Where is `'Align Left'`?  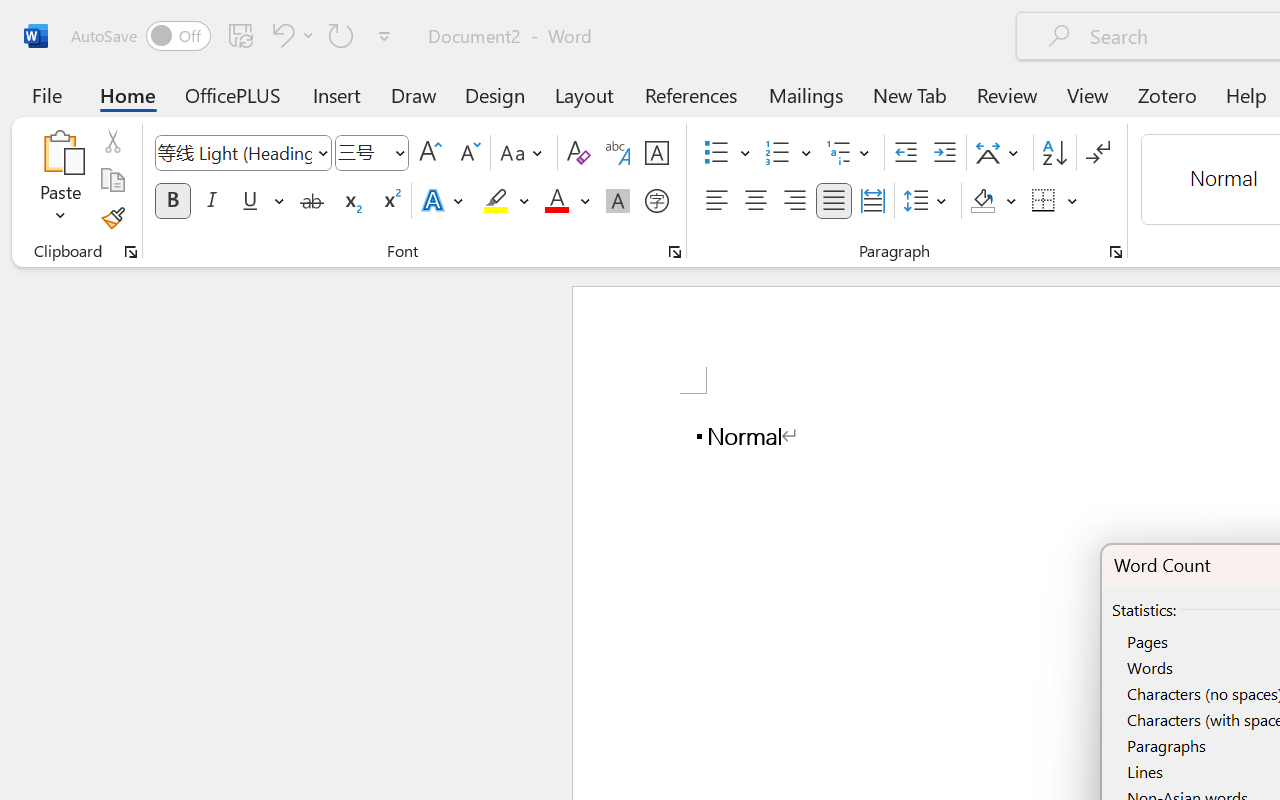 'Align Left' is located at coordinates (716, 201).